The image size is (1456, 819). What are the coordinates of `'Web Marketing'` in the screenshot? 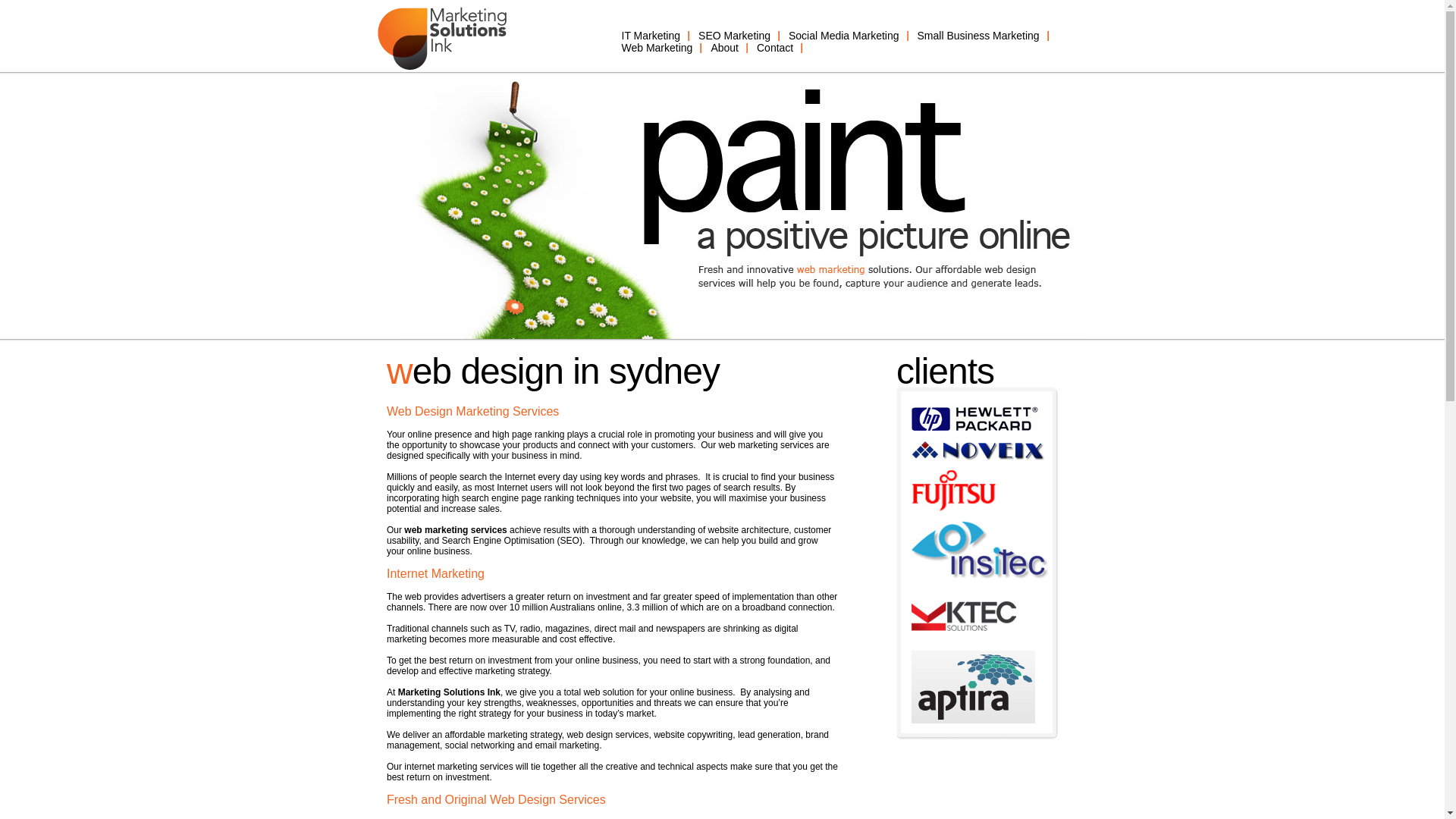 It's located at (657, 46).